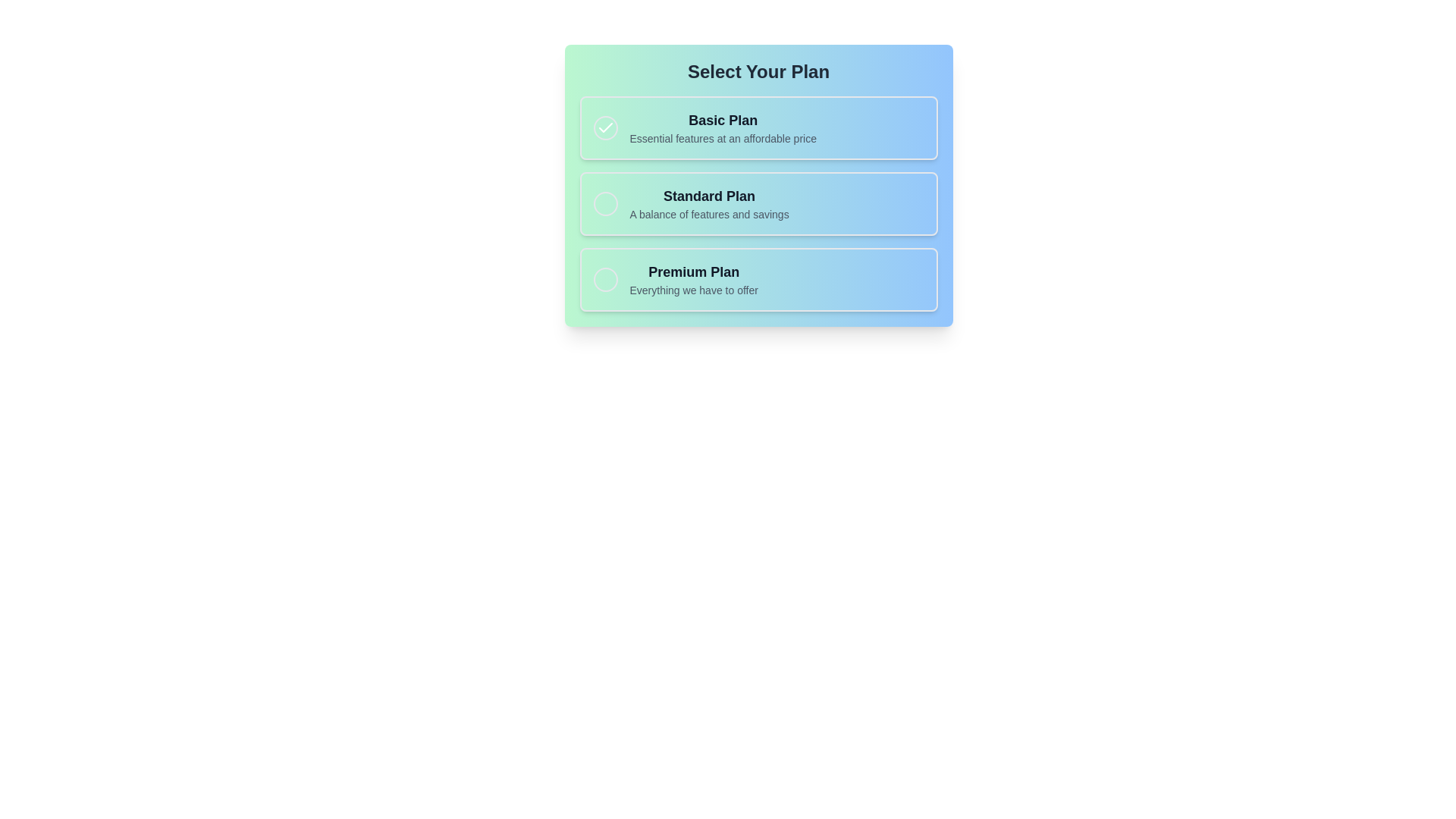  I want to click on the text label that provides additional information for the 'Standard Plan' option, positioned below the 'Standard Plan' heading in the second card of the plan options list, so click(708, 214).